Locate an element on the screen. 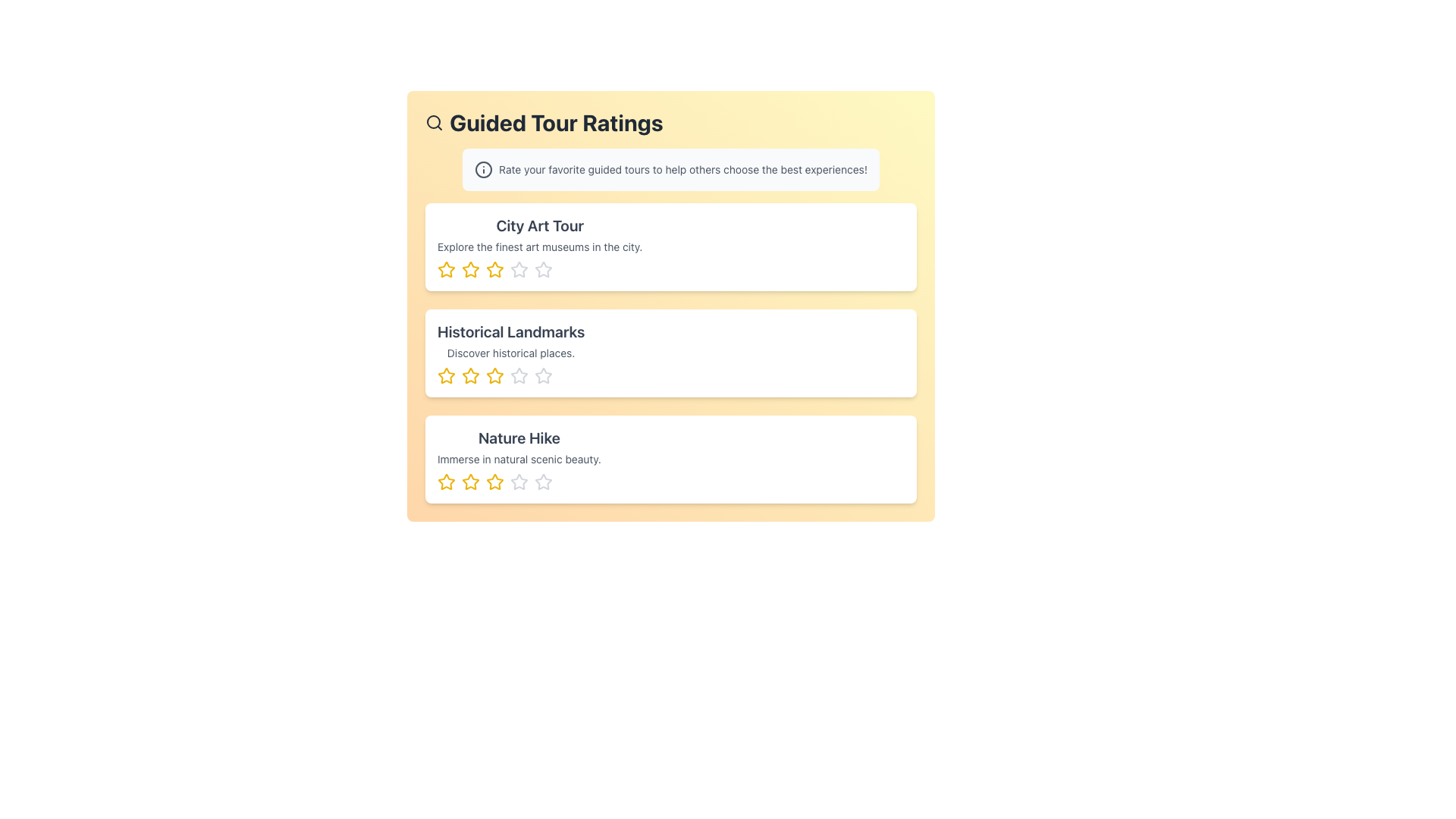  the third star icon in the 'Historical Landmarks' rating section is located at coordinates (543, 375).